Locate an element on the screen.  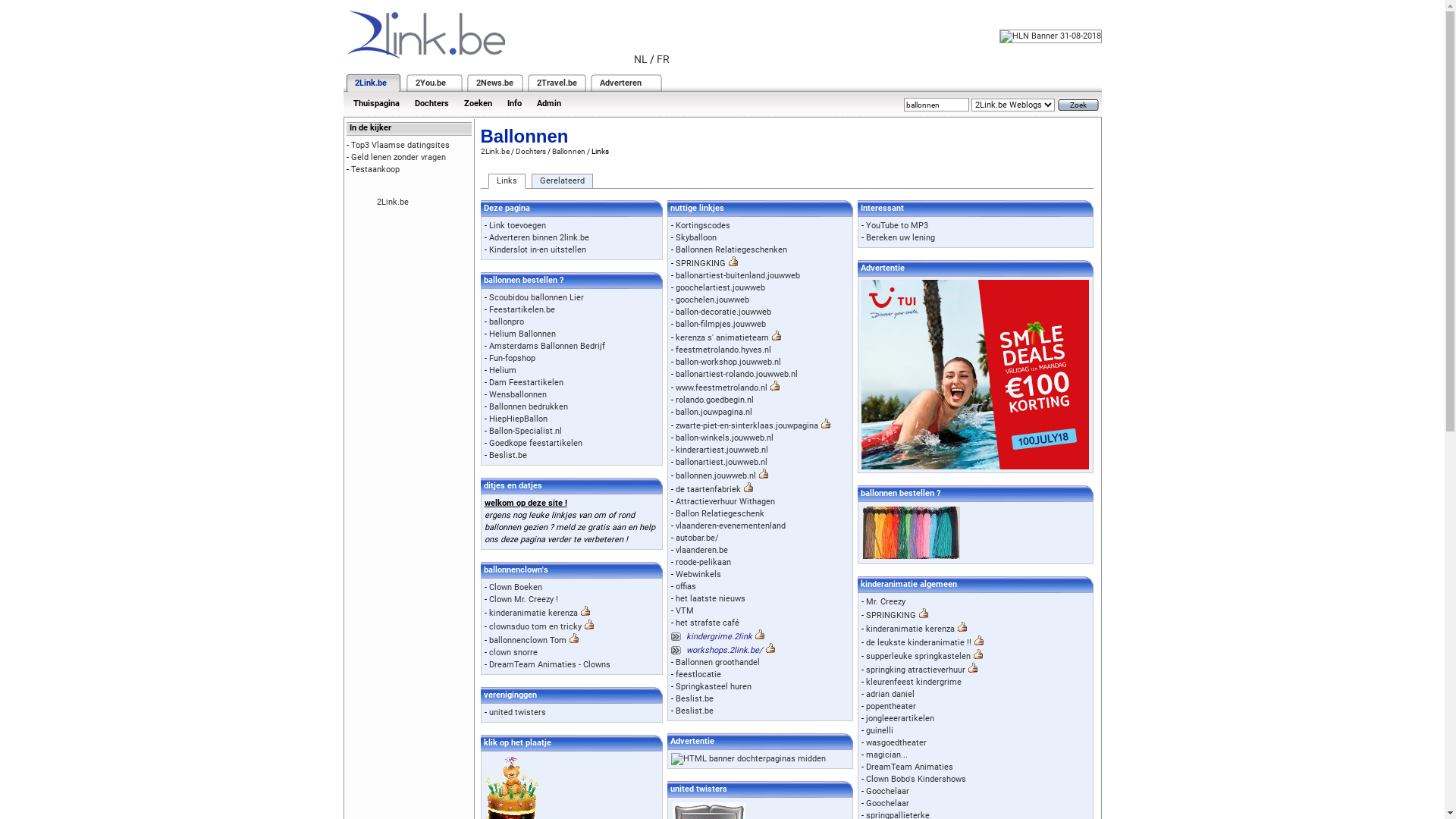
'DreamTeam Animaties - Clowns' is located at coordinates (548, 664).